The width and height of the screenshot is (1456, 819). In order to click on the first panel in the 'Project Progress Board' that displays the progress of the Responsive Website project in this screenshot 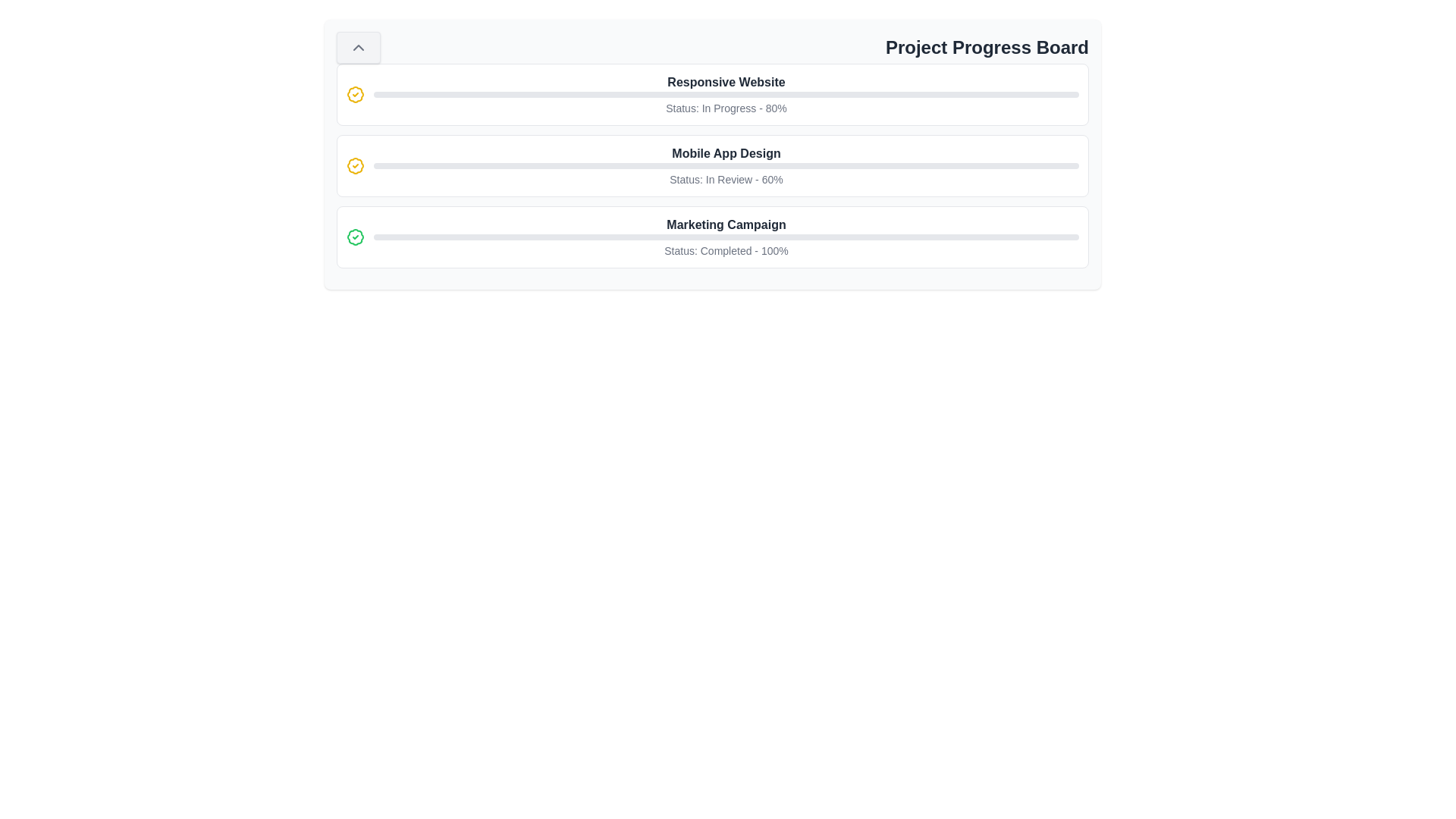, I will do `click(712, 94)`.